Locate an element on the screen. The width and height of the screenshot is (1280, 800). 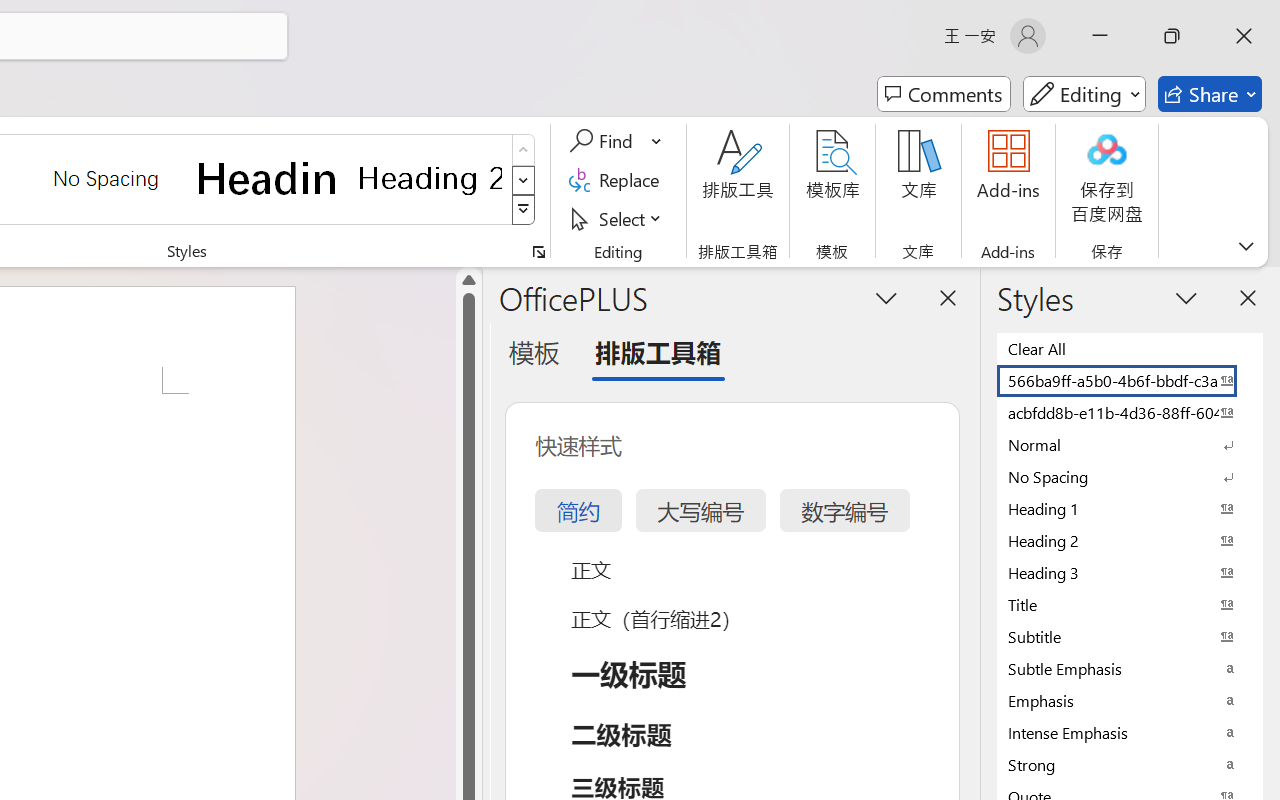
'Clear All' is located at coordinates (1130, 348).